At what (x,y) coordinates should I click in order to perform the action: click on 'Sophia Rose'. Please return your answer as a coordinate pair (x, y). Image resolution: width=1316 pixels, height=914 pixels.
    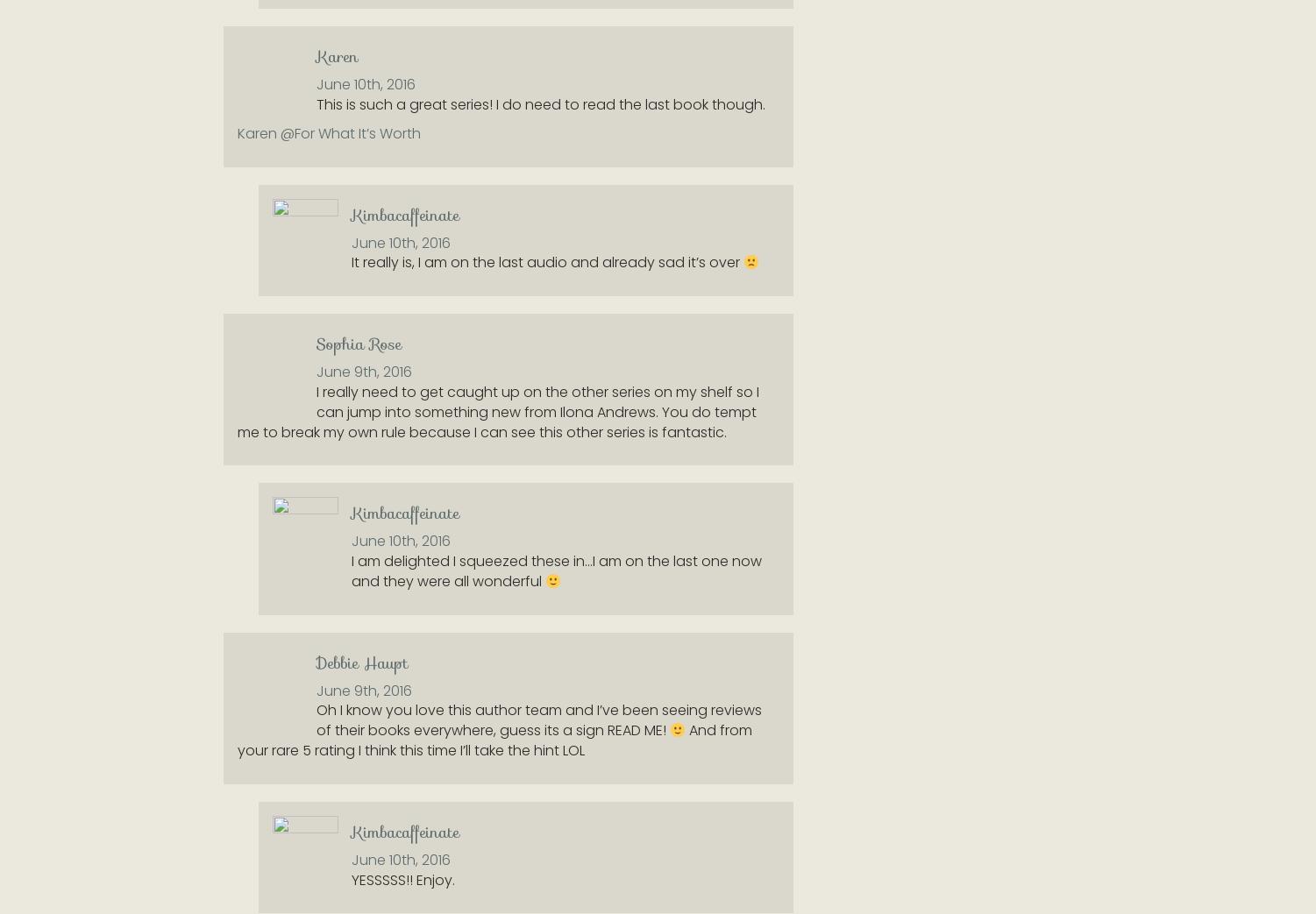
    Looking at the image, I should click on (358, 344).